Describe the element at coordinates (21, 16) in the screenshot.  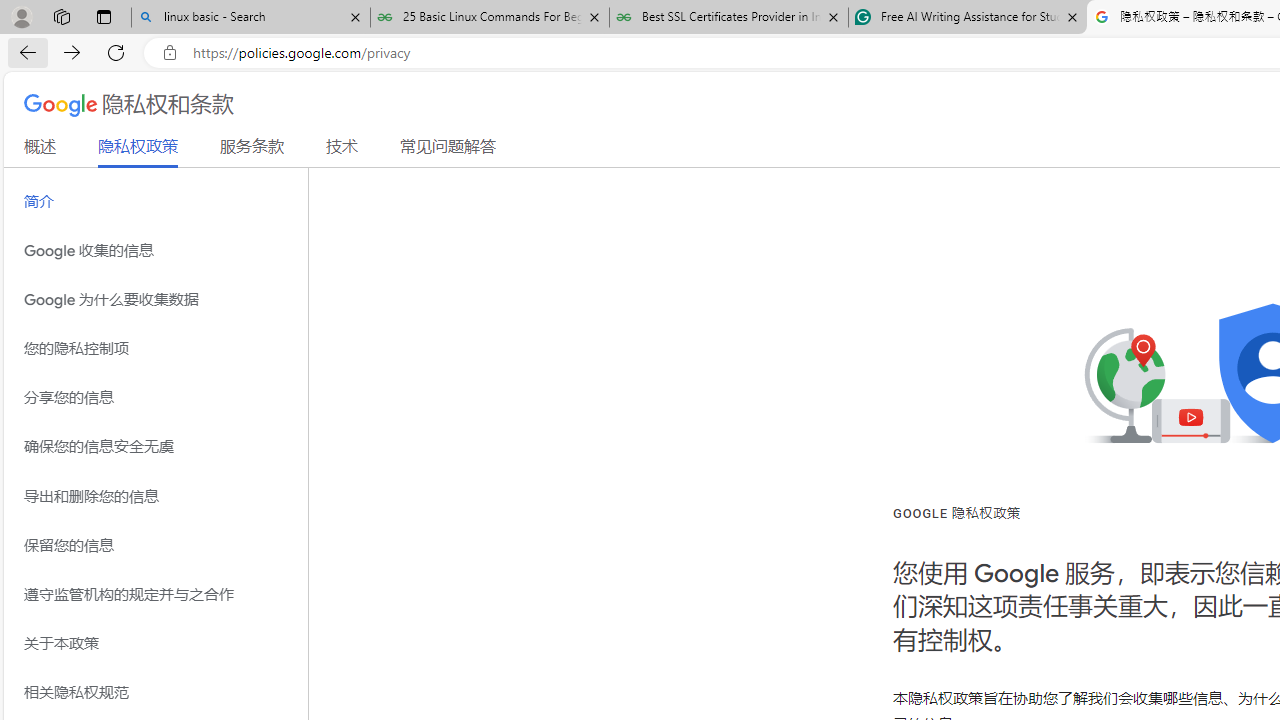
I see `'Personal Profile'` at that location.